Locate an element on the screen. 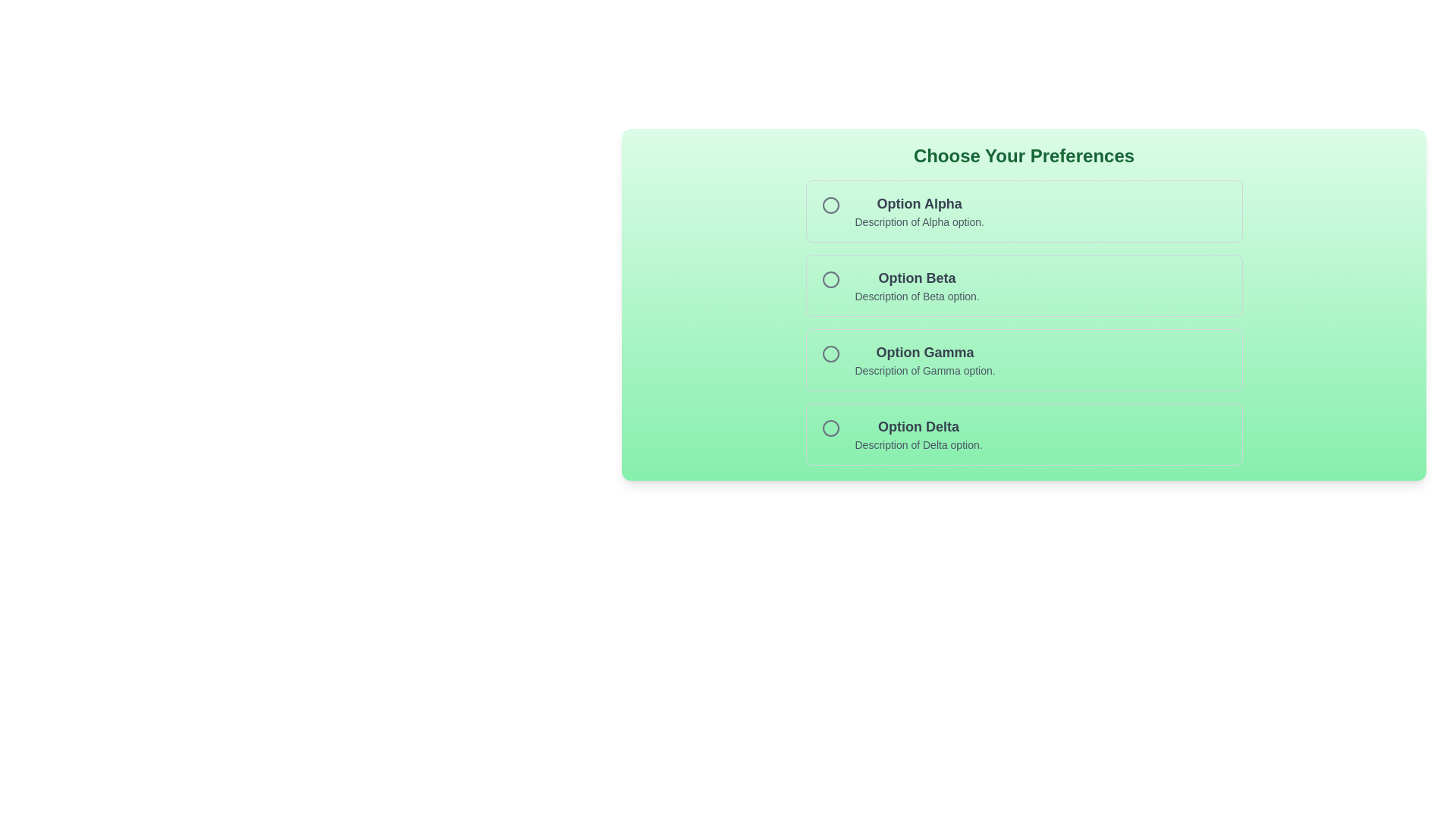  the text element that reads 'Description of Beta option', which is styled in a smaller font size and appears in a subdued gray color, located below the primary heading 'Option Beta' is located at coordinates (916, 296).